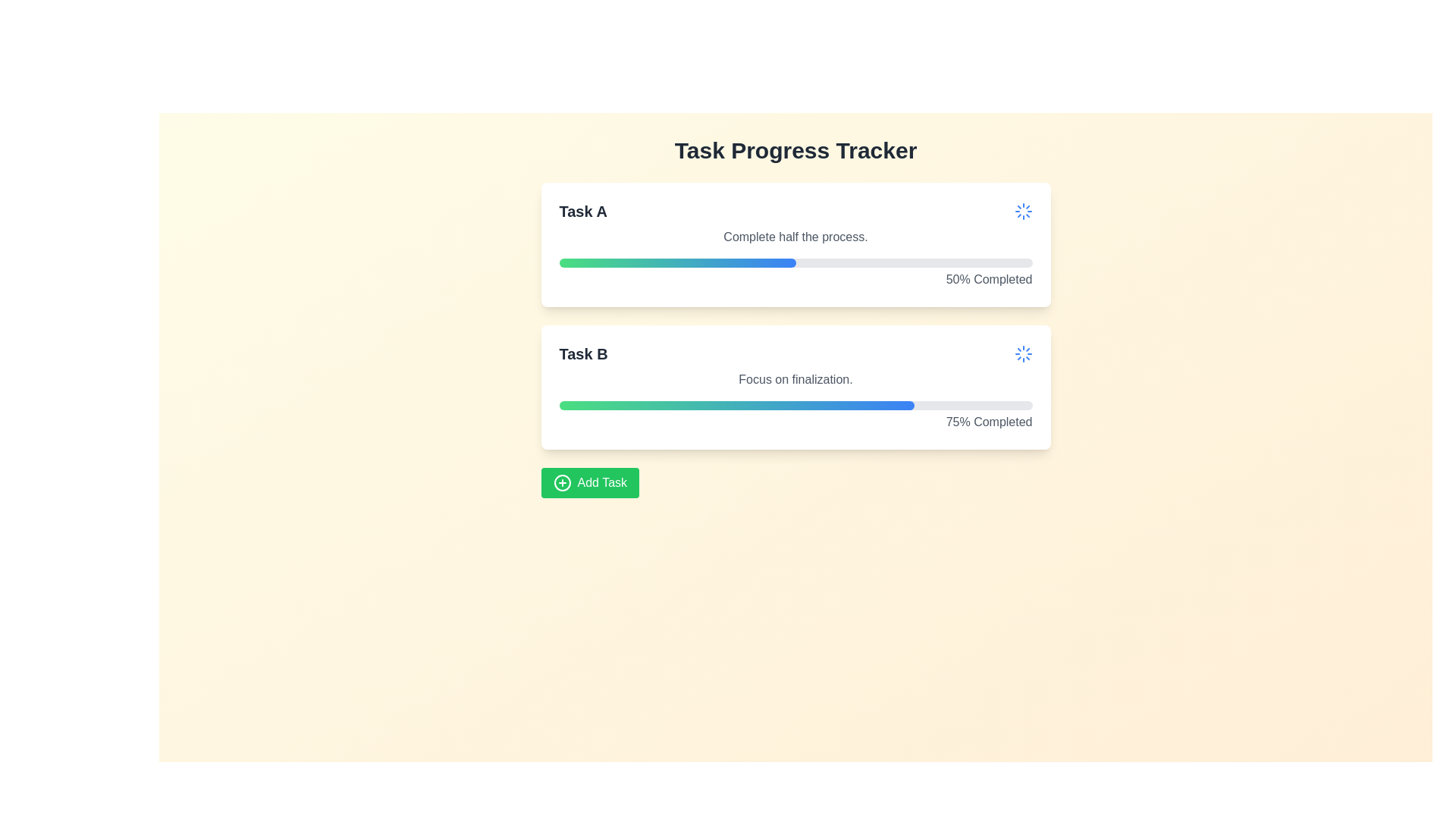 Image resolution: width=1456 pixels, height=819 pixels. Describe the element at coordinates (582, 211) in the screenshot. I see `the text block displaying 'Task A', which is a bold, large font in dark gray, positioned at the top-left of its enclosing task card` at that location.